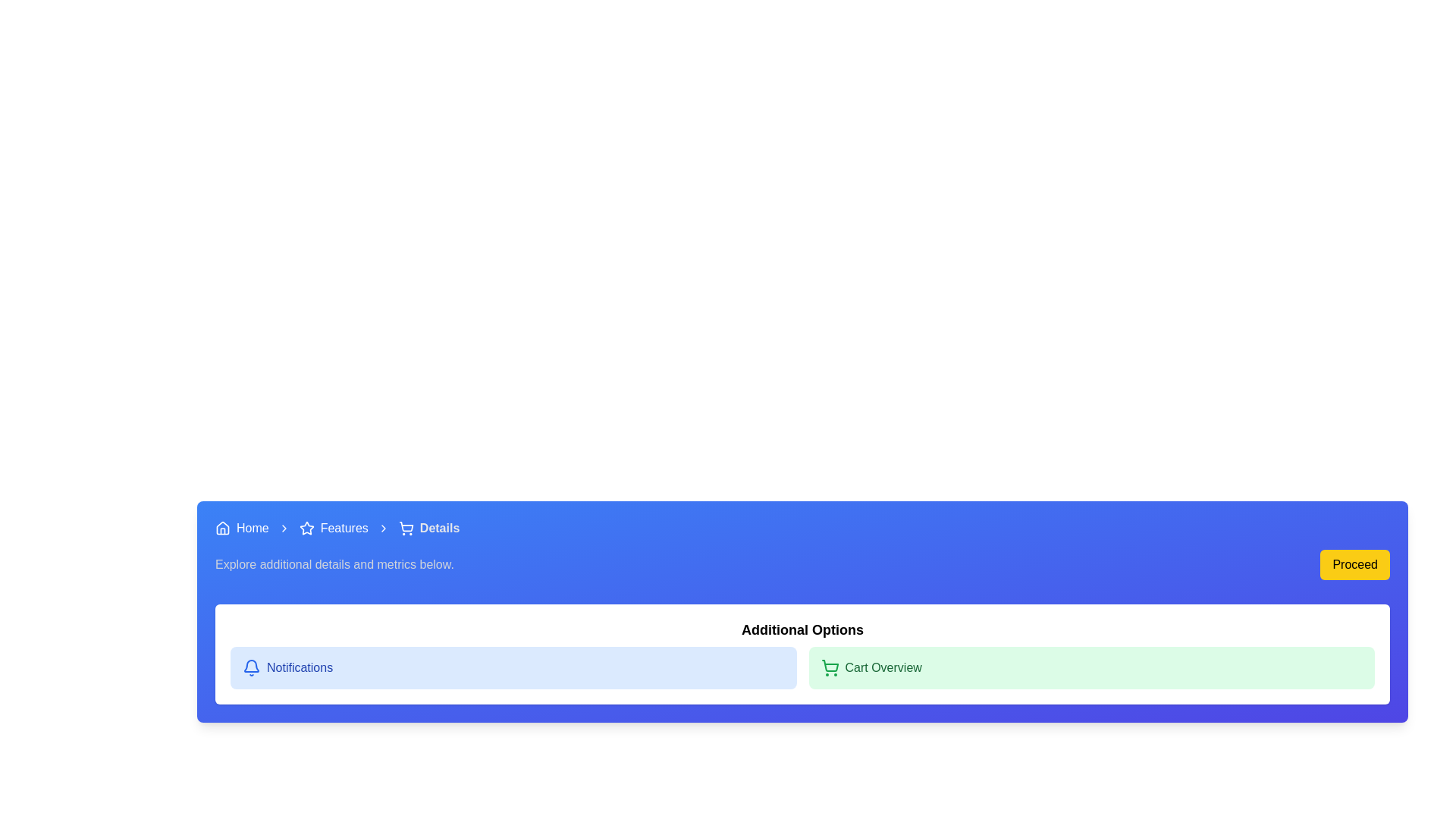 The height and width of the screenshot is (819, 1456). I want to click on the 'Home' hyperlink with a house icon located in the breadcrumb navigation bar at the top left of the blue header section, so click(241, 528).